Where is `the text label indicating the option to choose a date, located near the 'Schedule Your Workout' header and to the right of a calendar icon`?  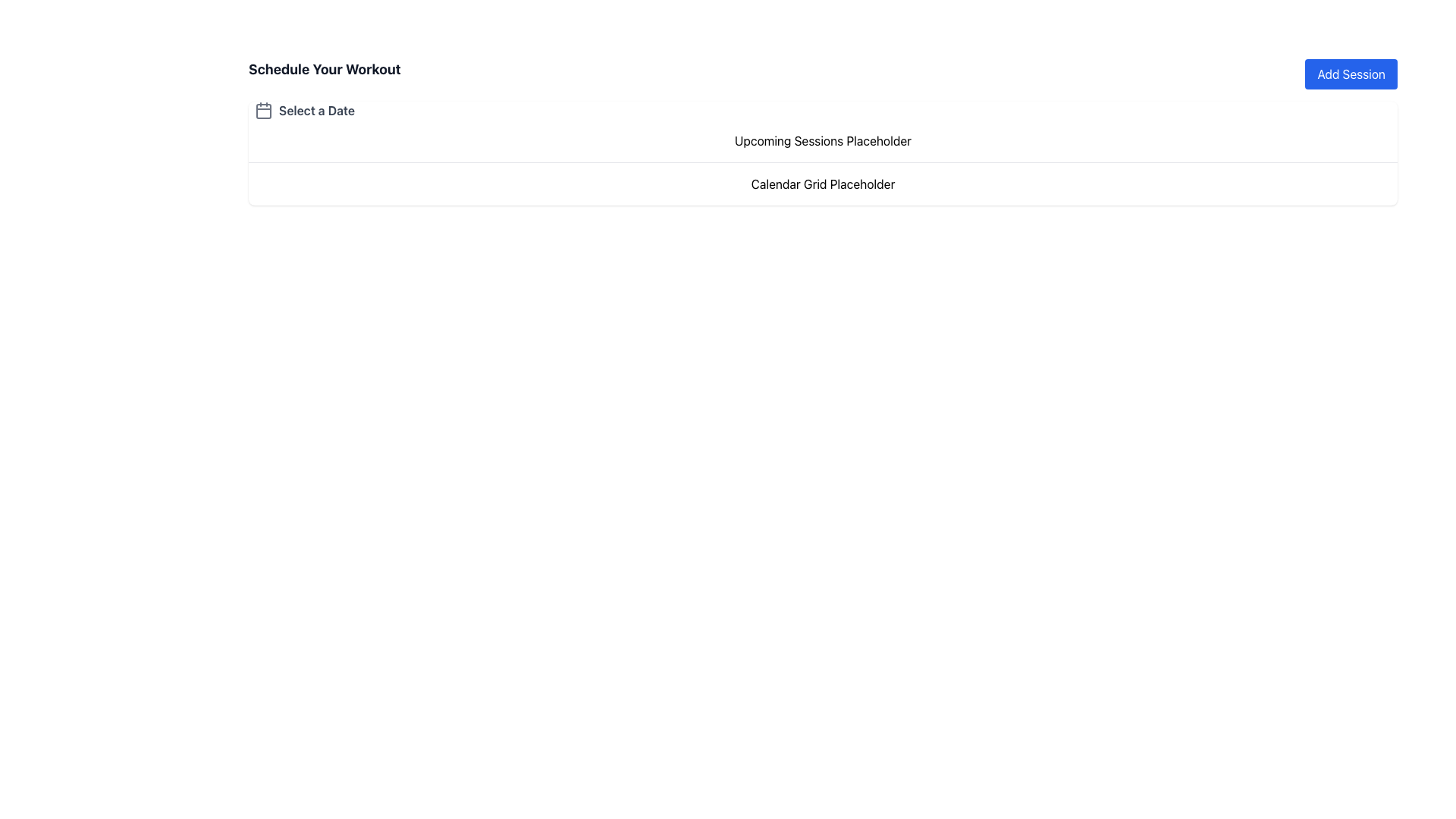 the text label indicating the option to choose a date, located near the 'Schedule Your Workout' header and to the right of a calendar icon is located at coordinates (315, 110).